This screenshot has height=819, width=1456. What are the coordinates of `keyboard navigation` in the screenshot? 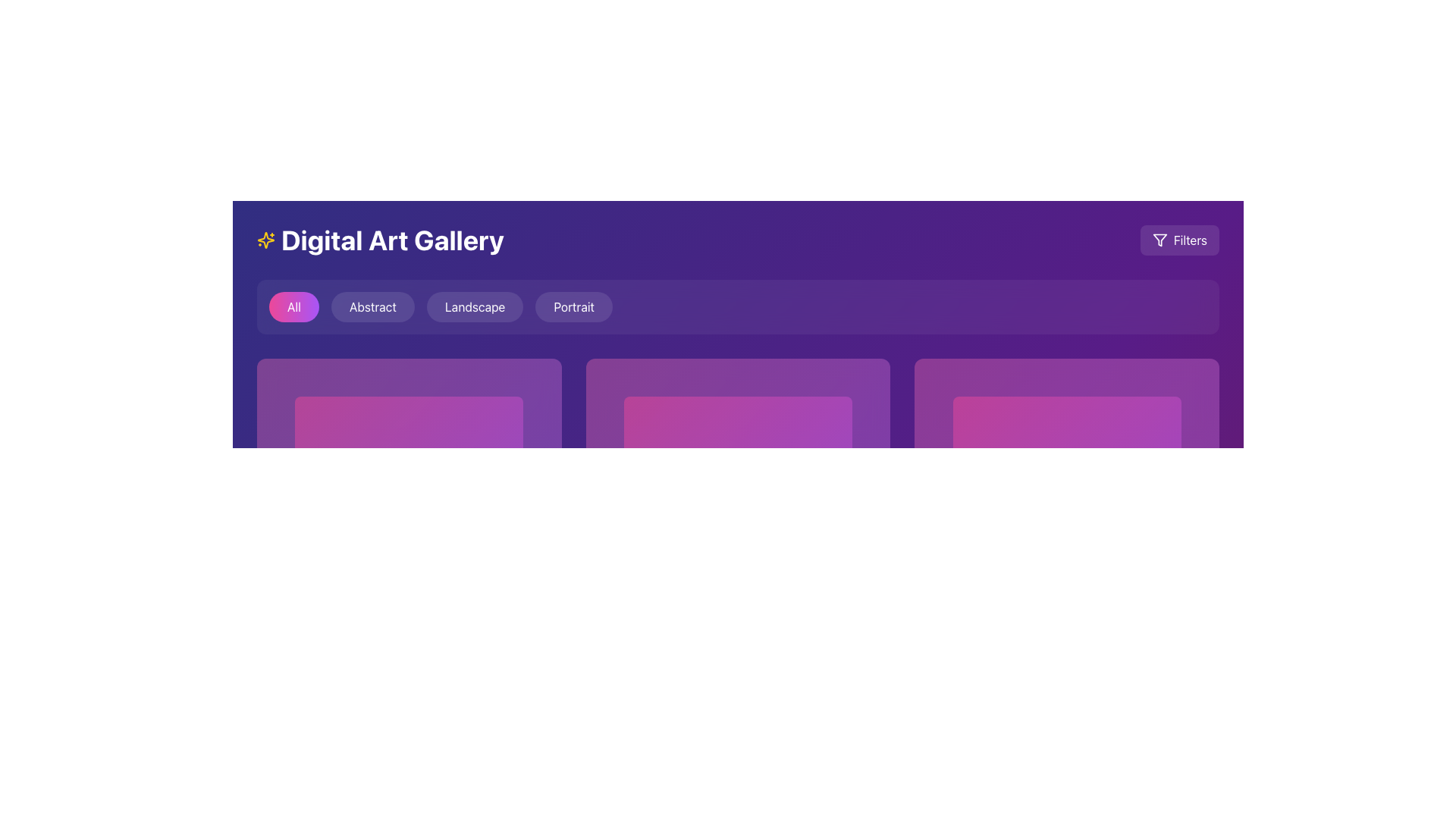 It's located at (372, 307).